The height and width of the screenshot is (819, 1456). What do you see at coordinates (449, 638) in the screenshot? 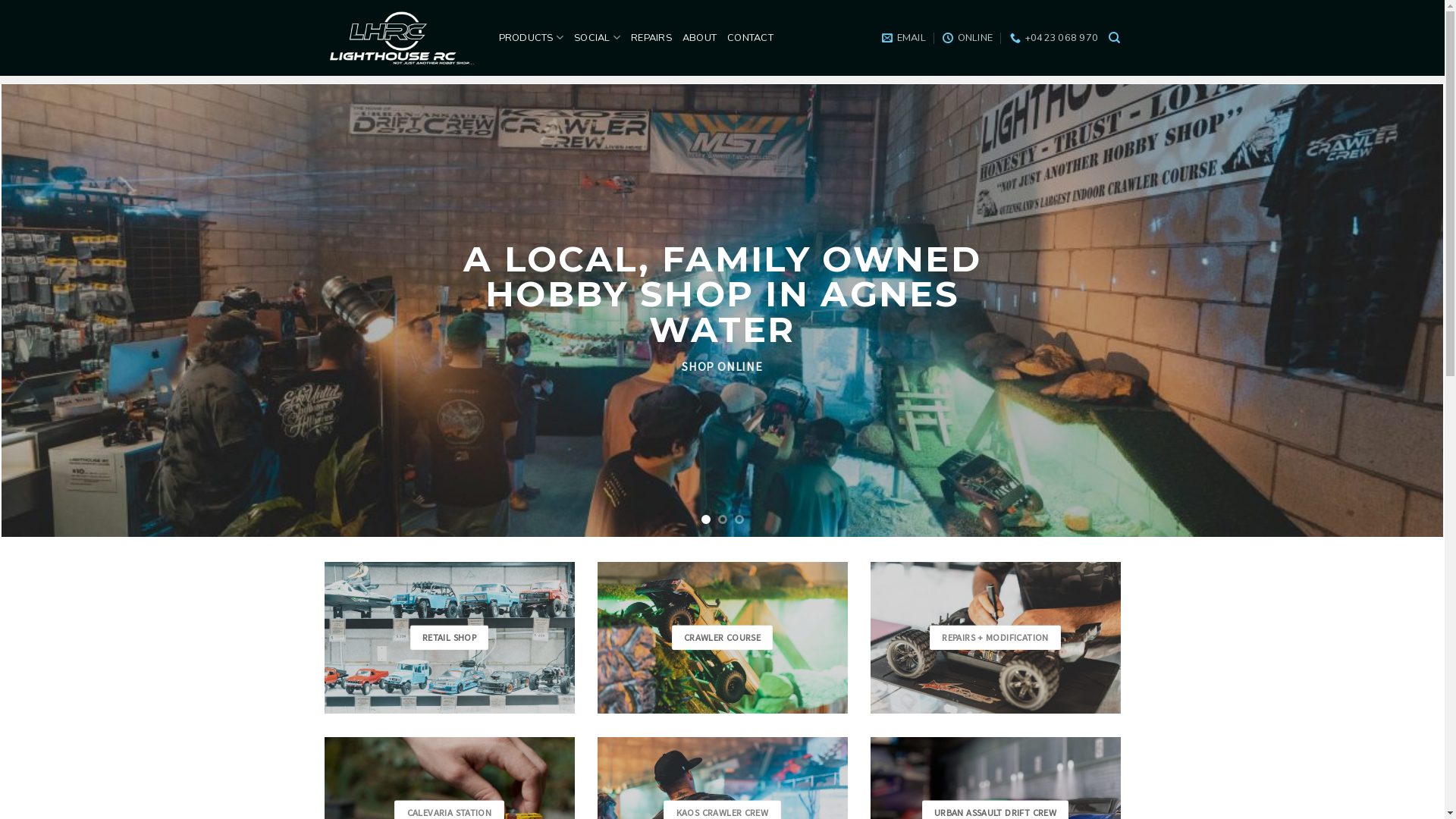
I see `'RETAIL SHOP'` at bounding box center [449, 638].